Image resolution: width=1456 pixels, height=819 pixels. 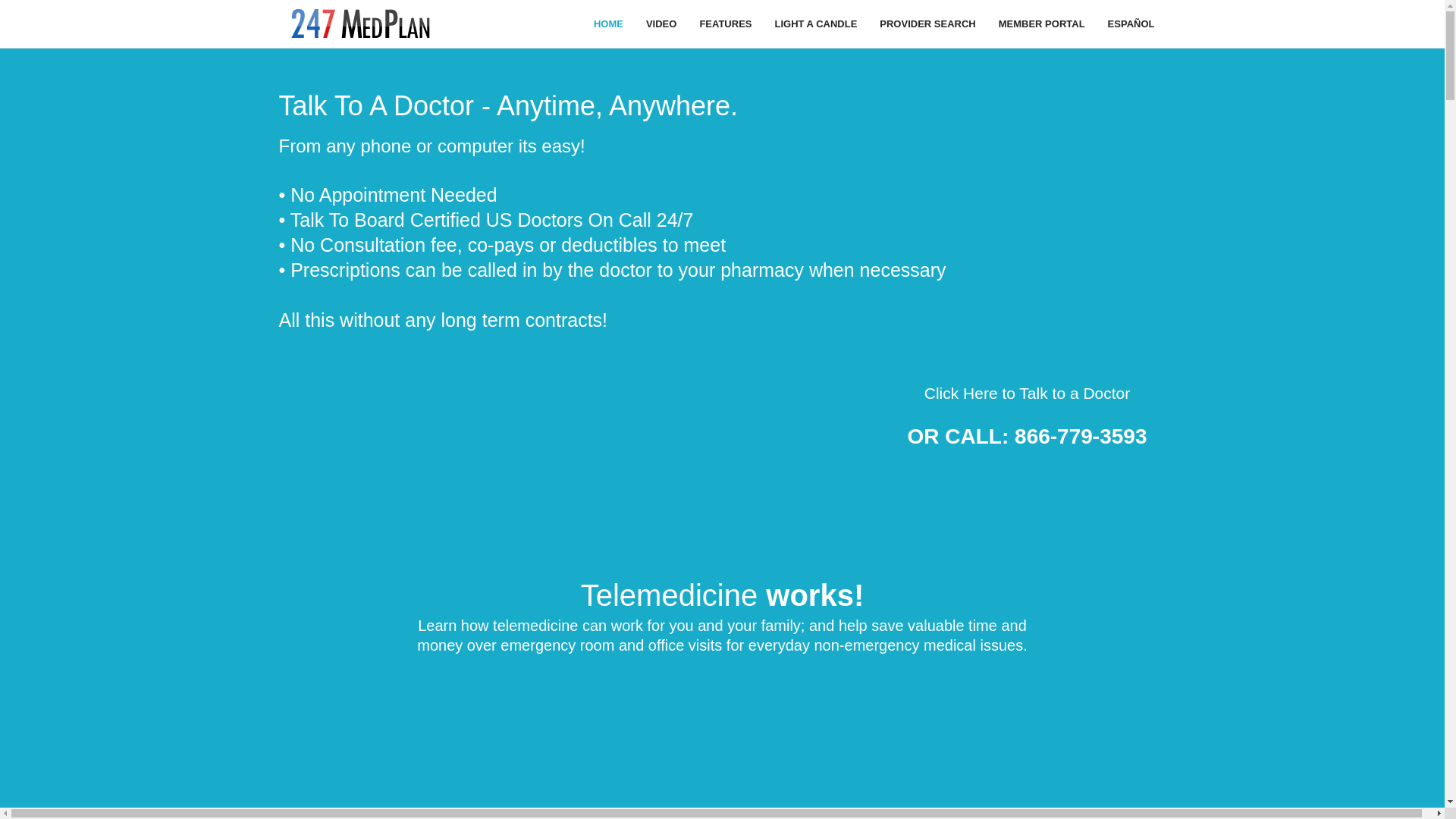 What do you see at coordinates (661, 24) in the screenshot?
I see `'VIDEO'` at bounding box center [661, 24].